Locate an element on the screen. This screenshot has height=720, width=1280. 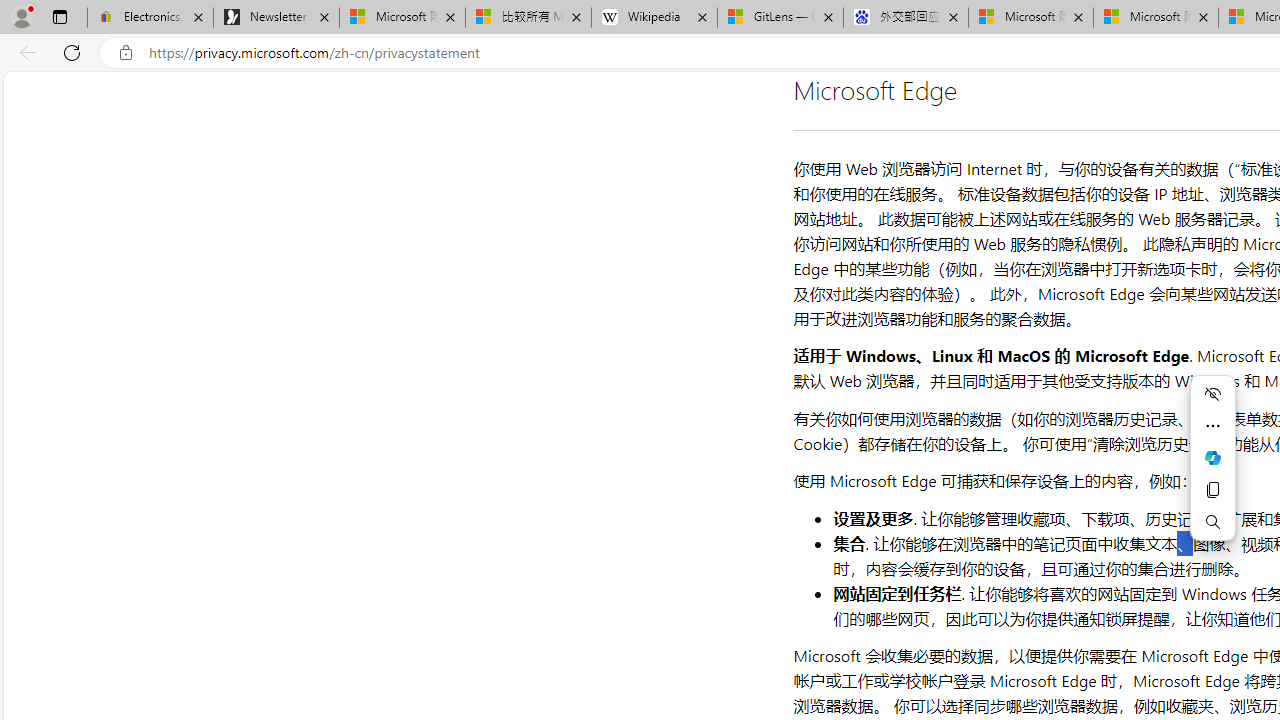
'Copy' is located at coordinates (1211, 489).